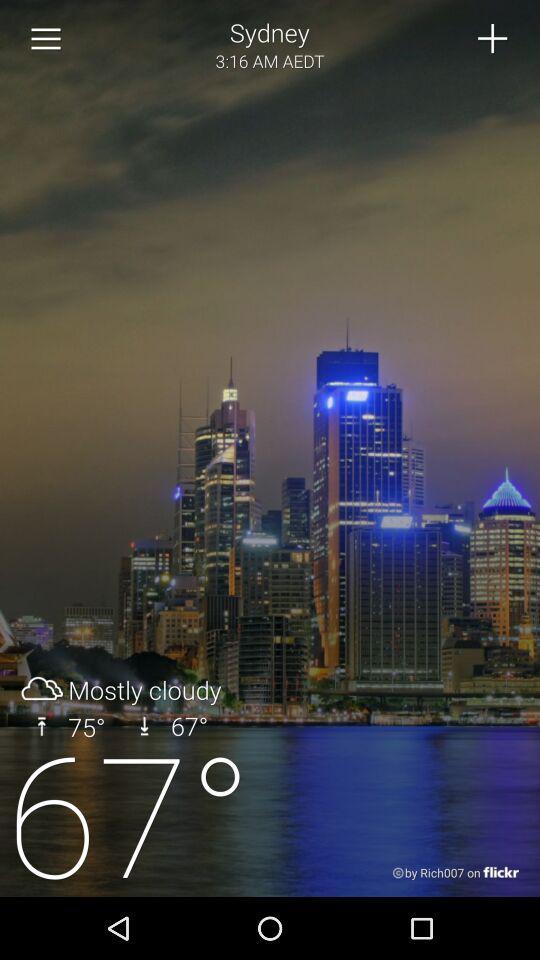 Image resolution: width=540 pixels, height=960 pixels. Describe the element at coordinates (492, 40) in the screenshot. I see `the add icon` at that location.